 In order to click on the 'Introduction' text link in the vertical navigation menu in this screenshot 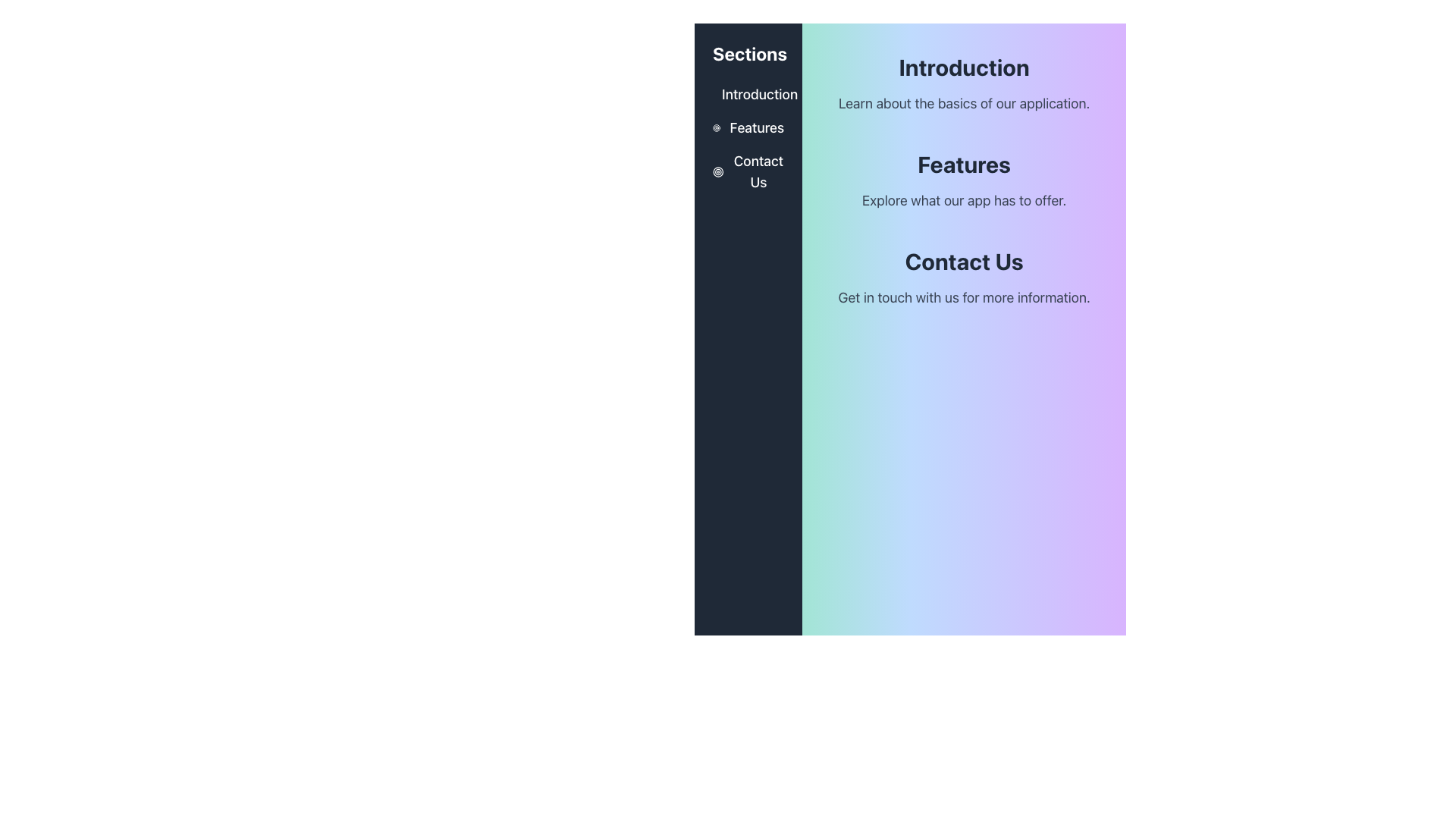, I will do `click(748, 94)`.